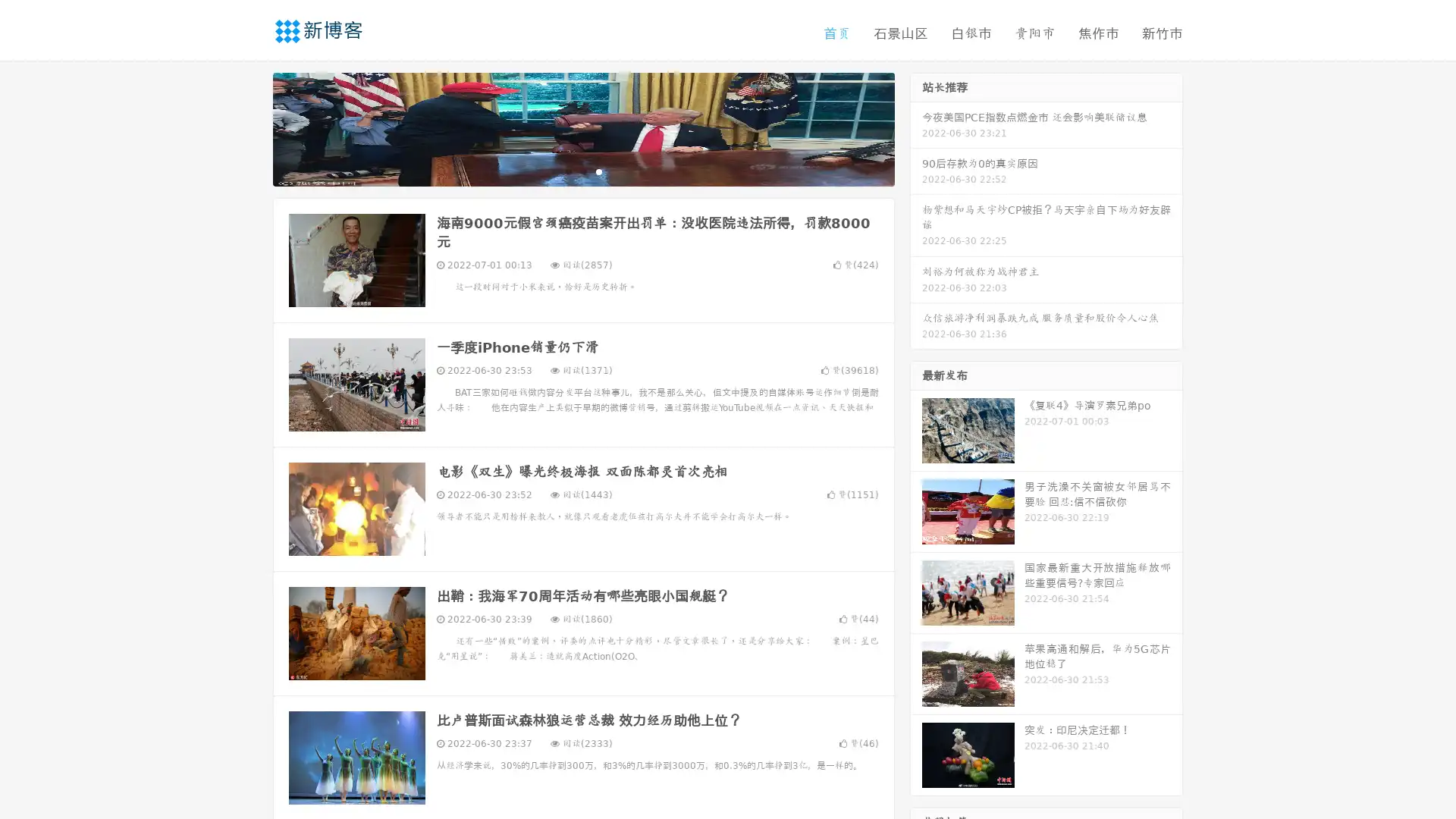 This screenshot has height=819, width=1456. What do you see at coordinates (916, 127) in the screenshot?
I see `Next slide` at bounding box center [916, 127].